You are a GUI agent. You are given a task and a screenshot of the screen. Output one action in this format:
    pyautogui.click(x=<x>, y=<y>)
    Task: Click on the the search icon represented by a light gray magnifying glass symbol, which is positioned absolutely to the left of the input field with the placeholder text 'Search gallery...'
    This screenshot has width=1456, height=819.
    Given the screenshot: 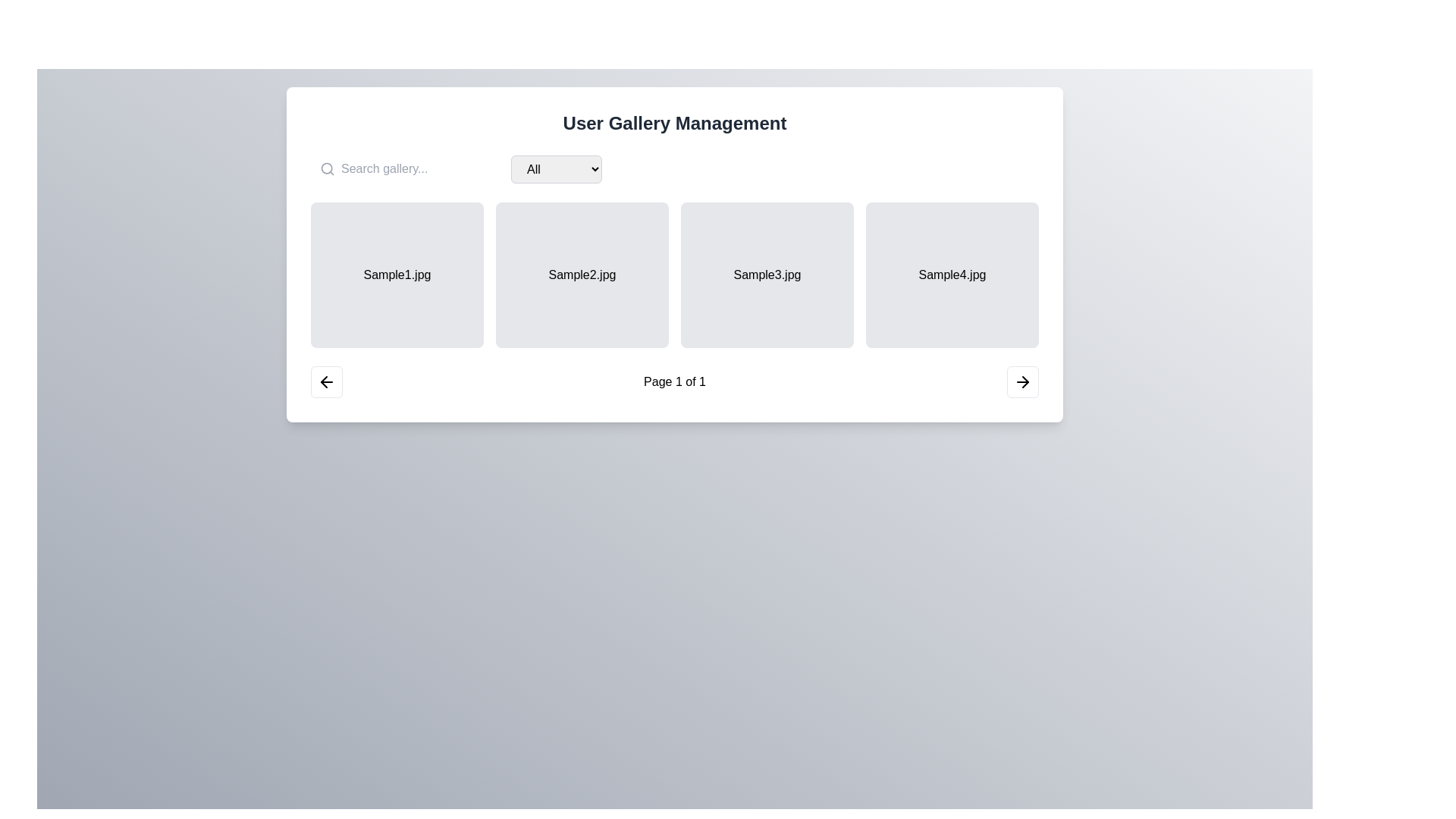 What is the action you would take?
    pyautogui.click(x=327, y=169)
    